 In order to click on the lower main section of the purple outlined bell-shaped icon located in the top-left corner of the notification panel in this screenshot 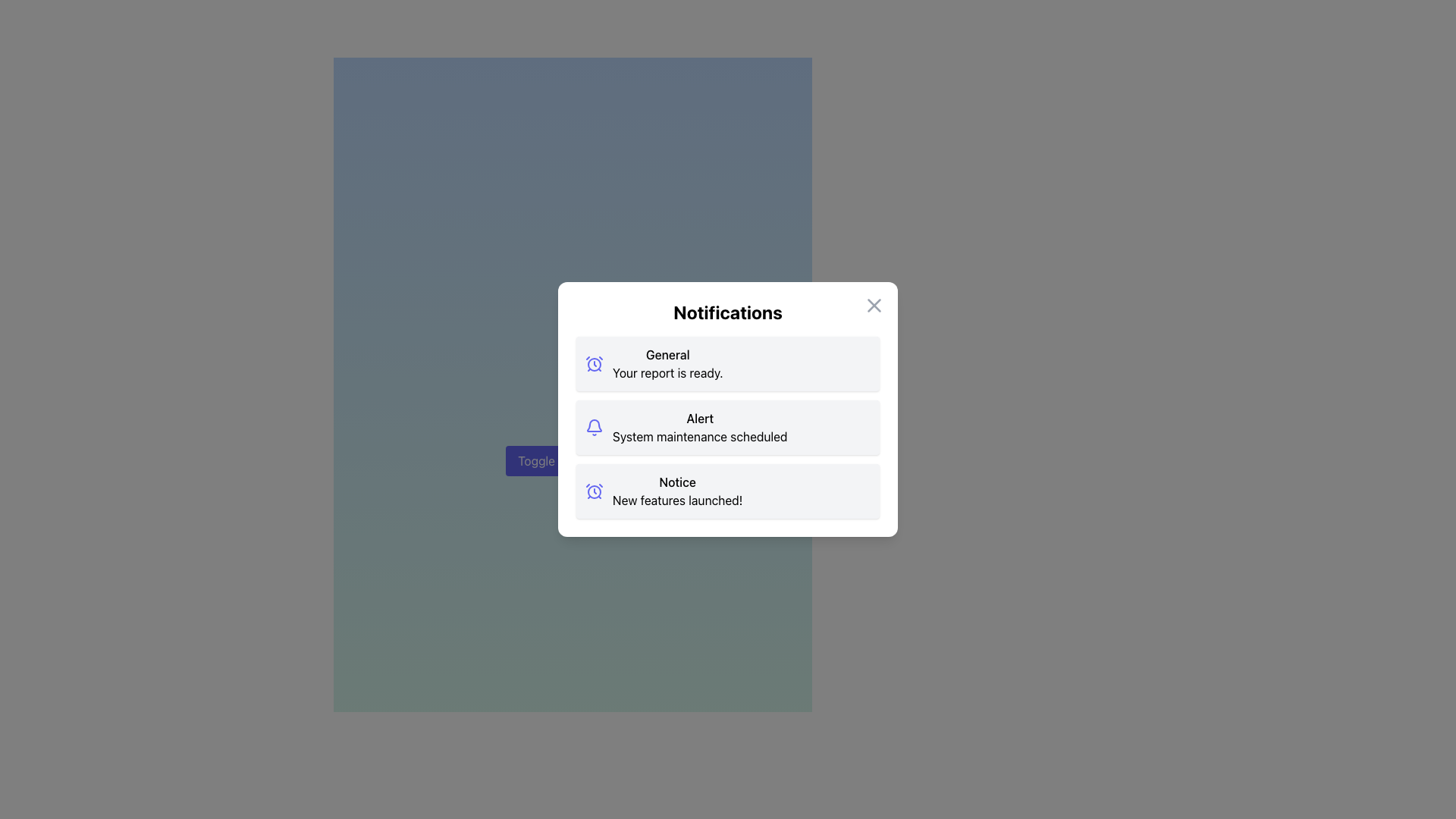, I will do `click(593, 425)`.